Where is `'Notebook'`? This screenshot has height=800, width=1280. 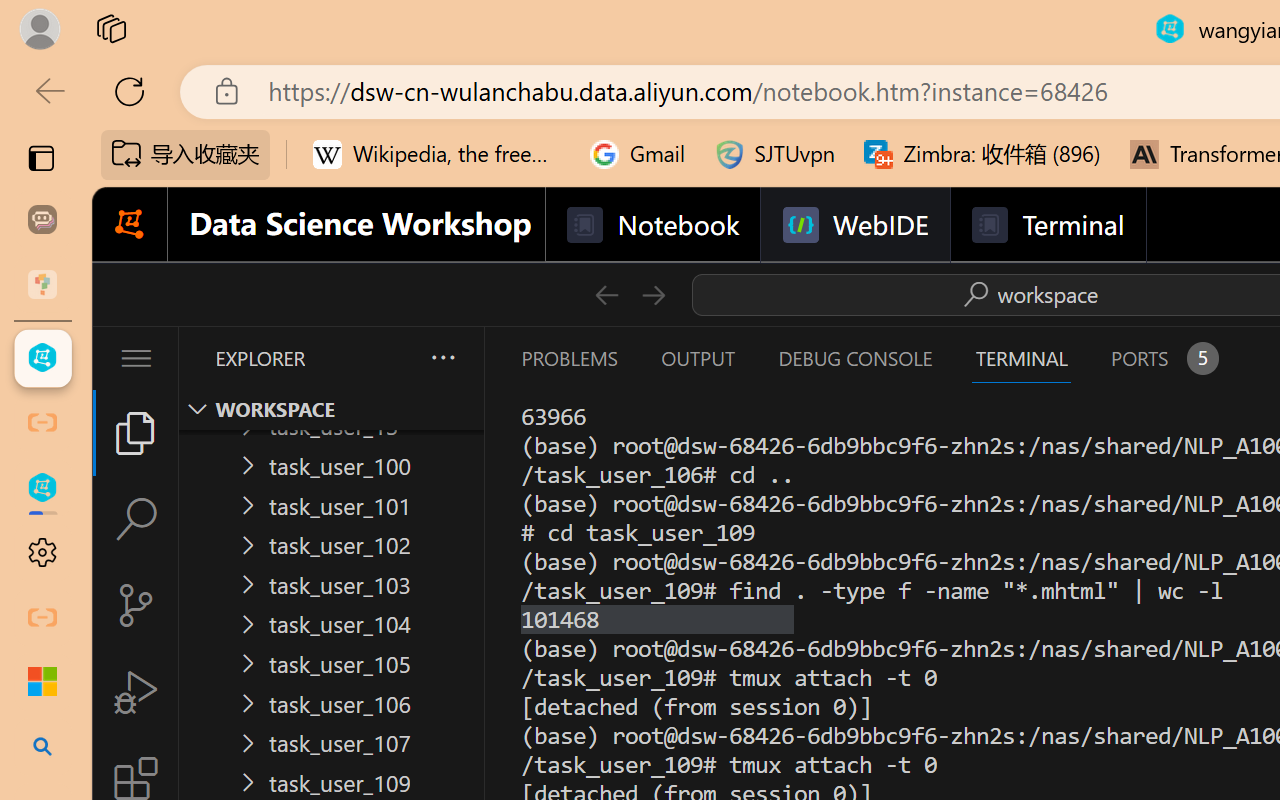 'Notebook' is located at coordinates (652, 225).